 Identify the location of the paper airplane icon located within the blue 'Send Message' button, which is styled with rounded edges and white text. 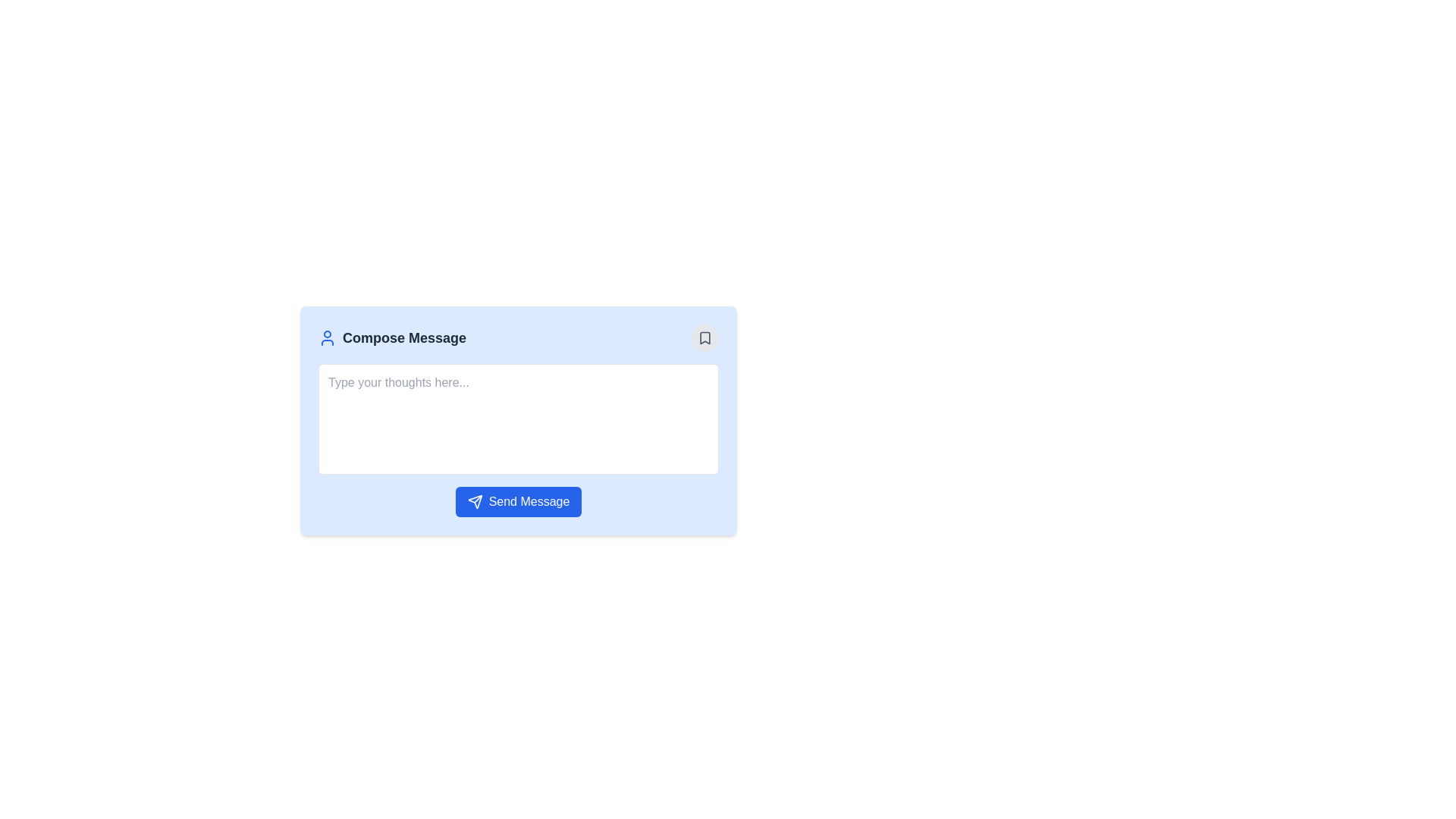
(474, 502).